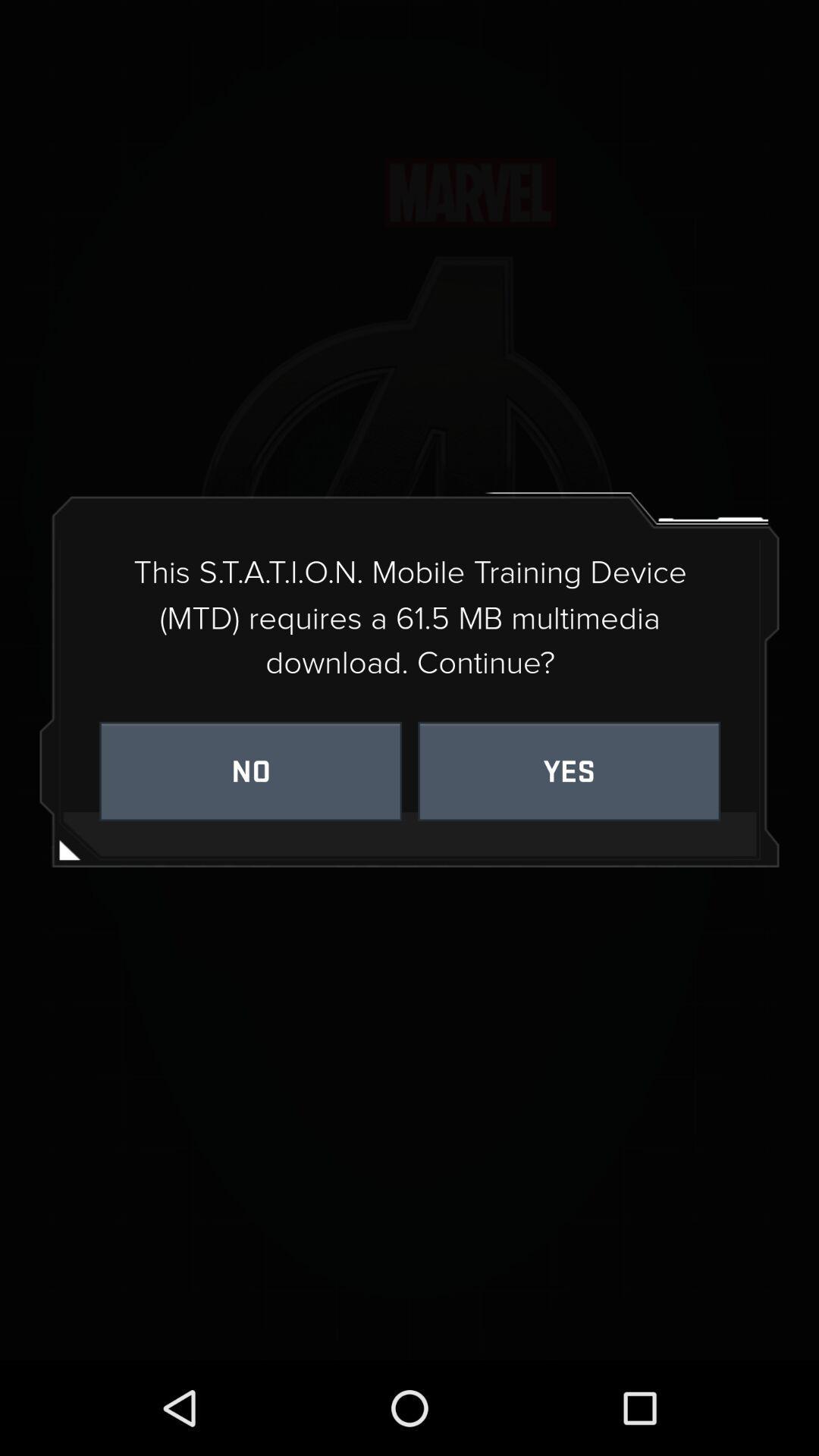  I want to click on the yes on the right, so click(569, 771).